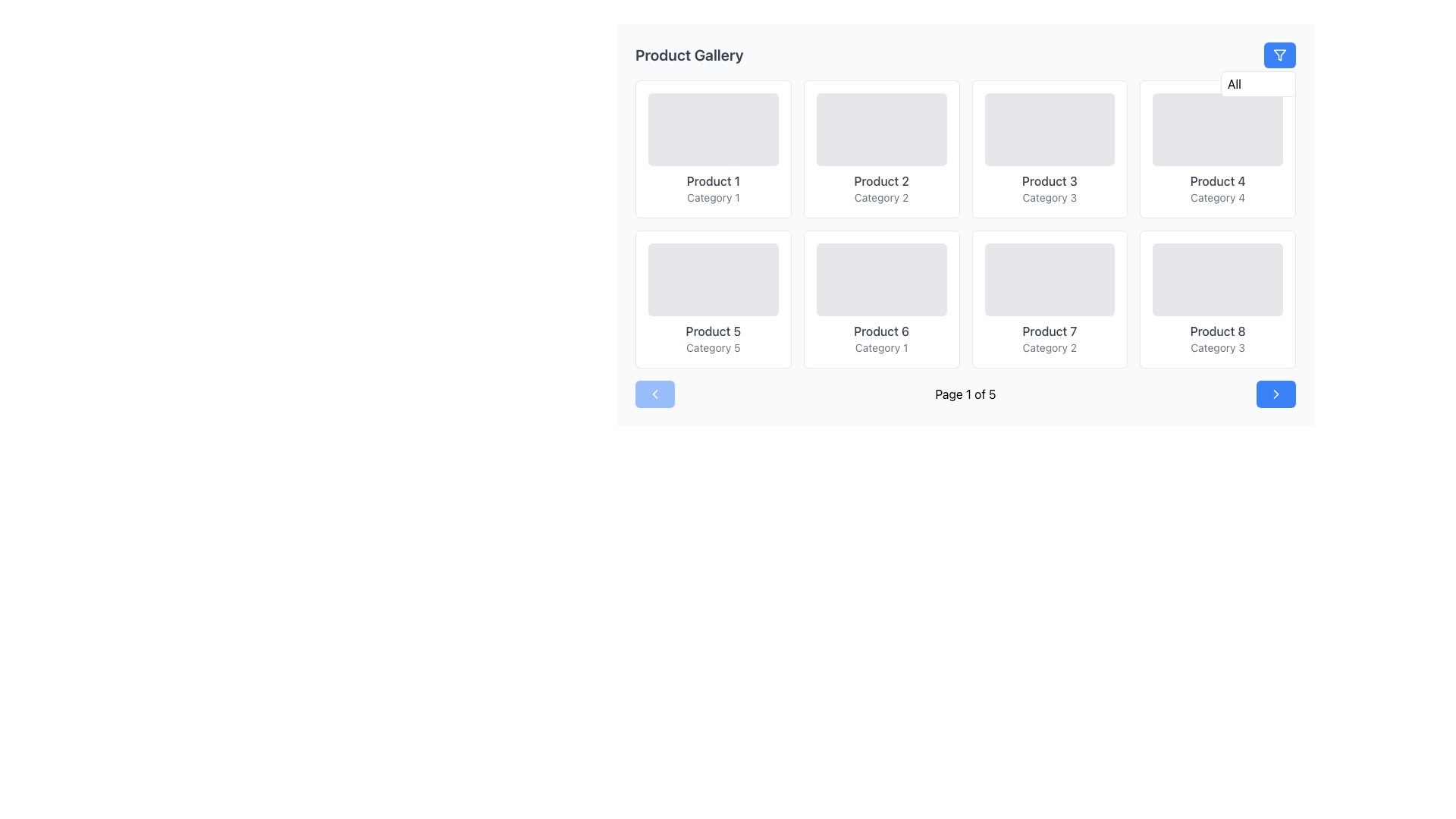 The image size is (1456, 819). I want to click on the non-interactive text label indicating 'Category 1' for 'Product 6', positioned below the product title in the grid layout, so click(881, 348).